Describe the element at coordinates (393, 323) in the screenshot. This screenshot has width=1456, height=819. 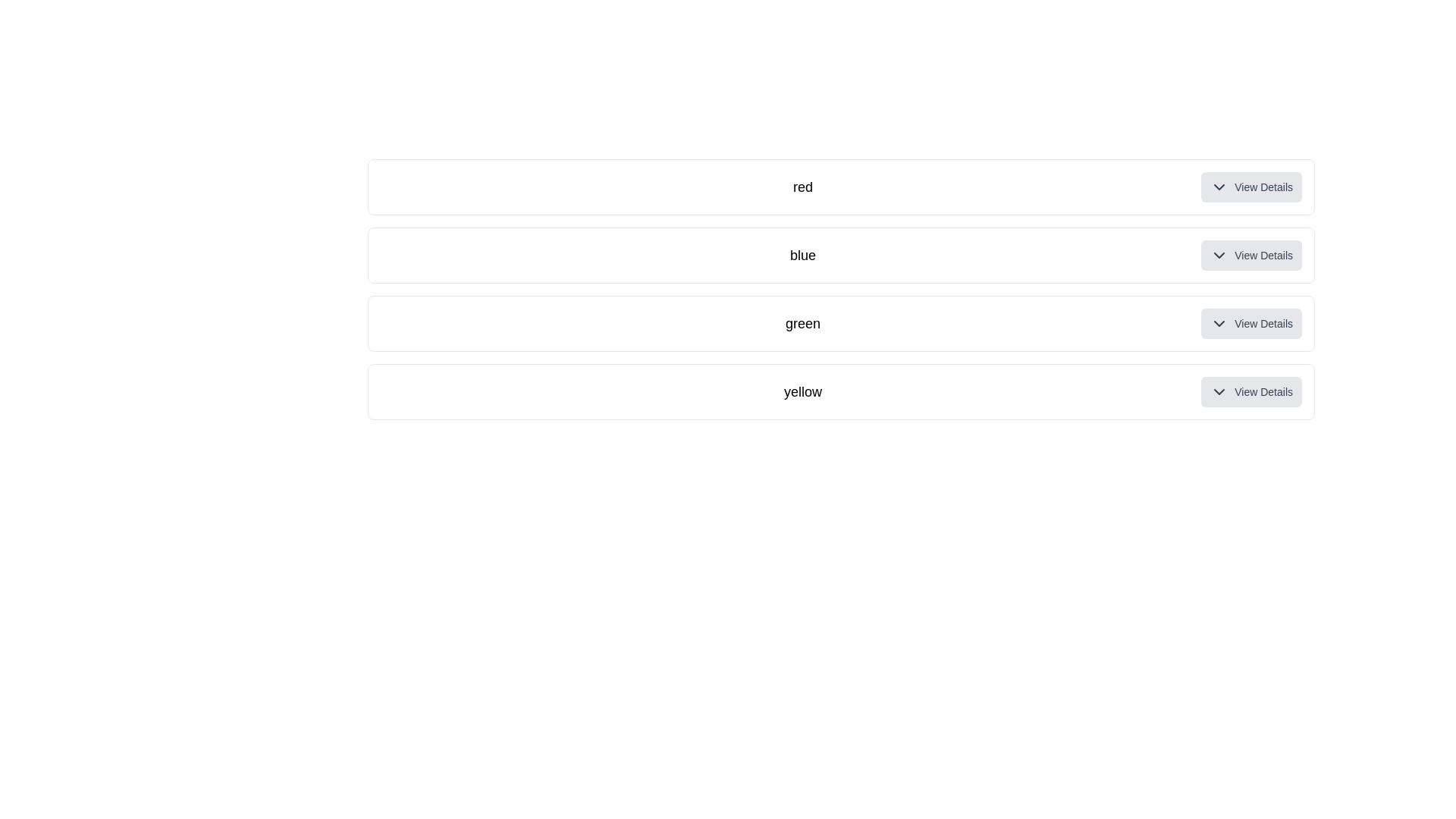
I see `the visual representation of the small green circular icon located on the left side of the row labeled 'green', which is the third row in a vertical stack` at that location.